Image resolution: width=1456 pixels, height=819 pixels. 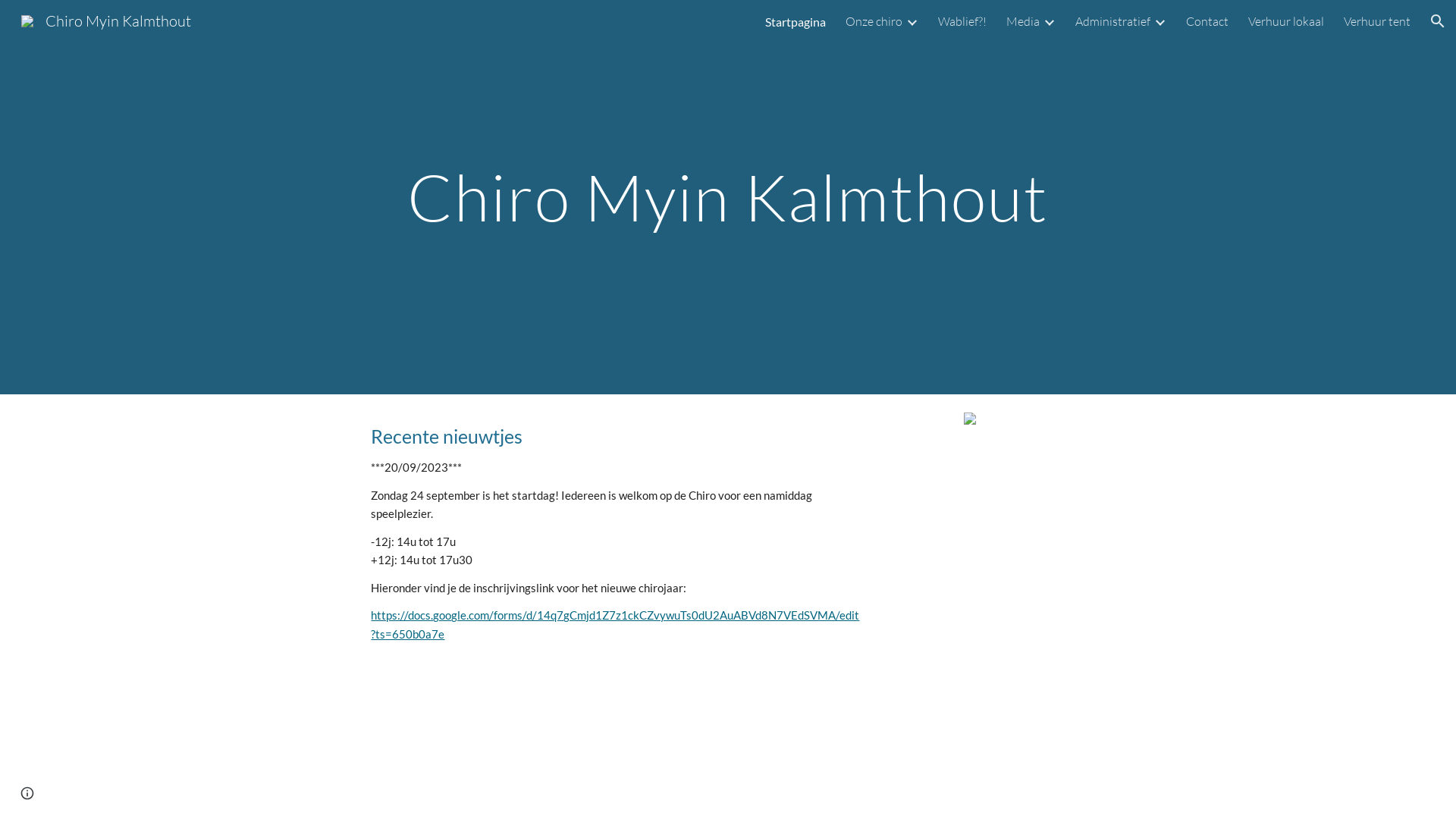 What do you see at coordinates (795, 20) in the screenshot?
I see `'Startpagina'` at bounding box center [795, 20].